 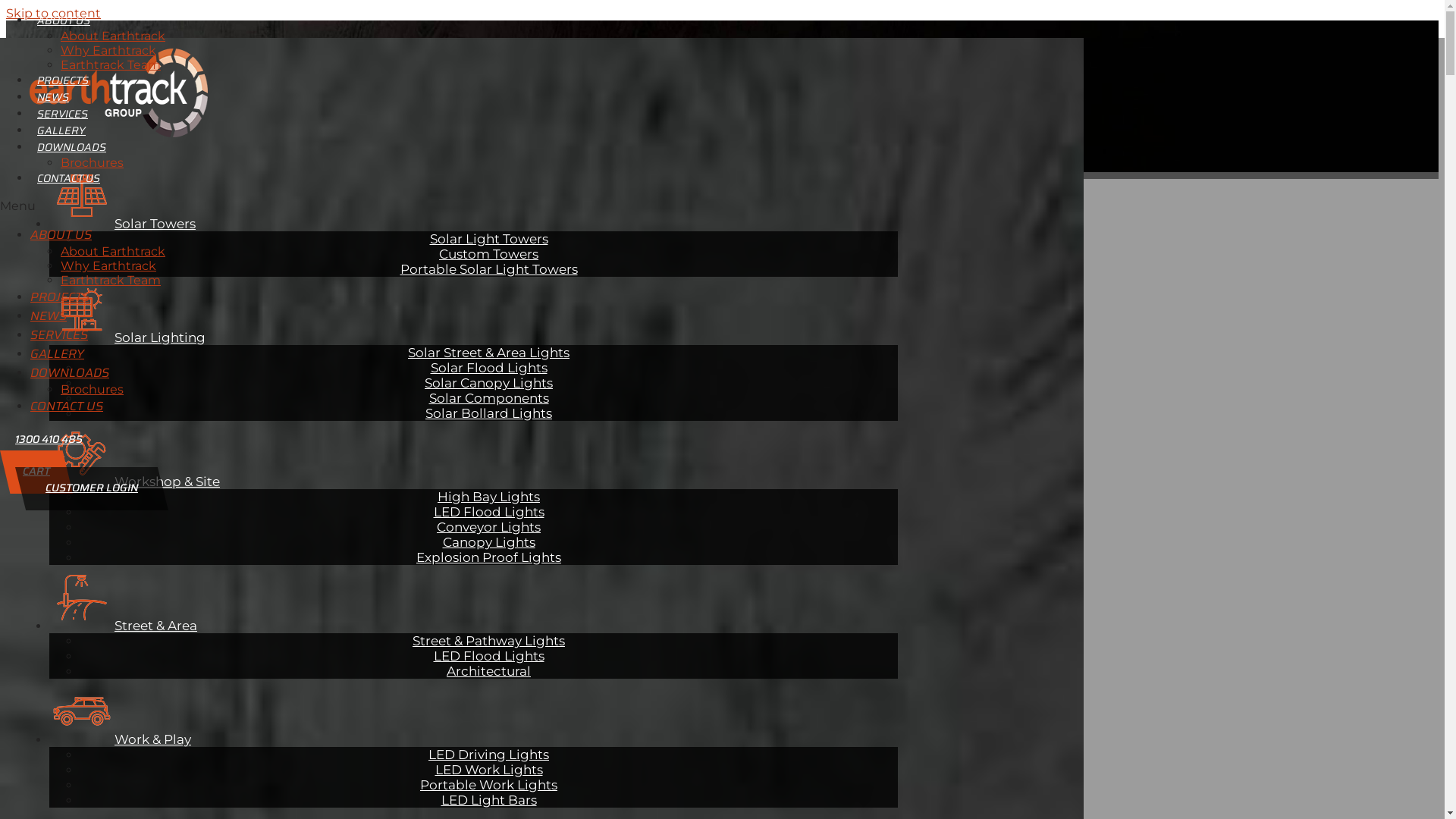 I want to click on 'Conveyor Lights', so click(x=488, y=526).